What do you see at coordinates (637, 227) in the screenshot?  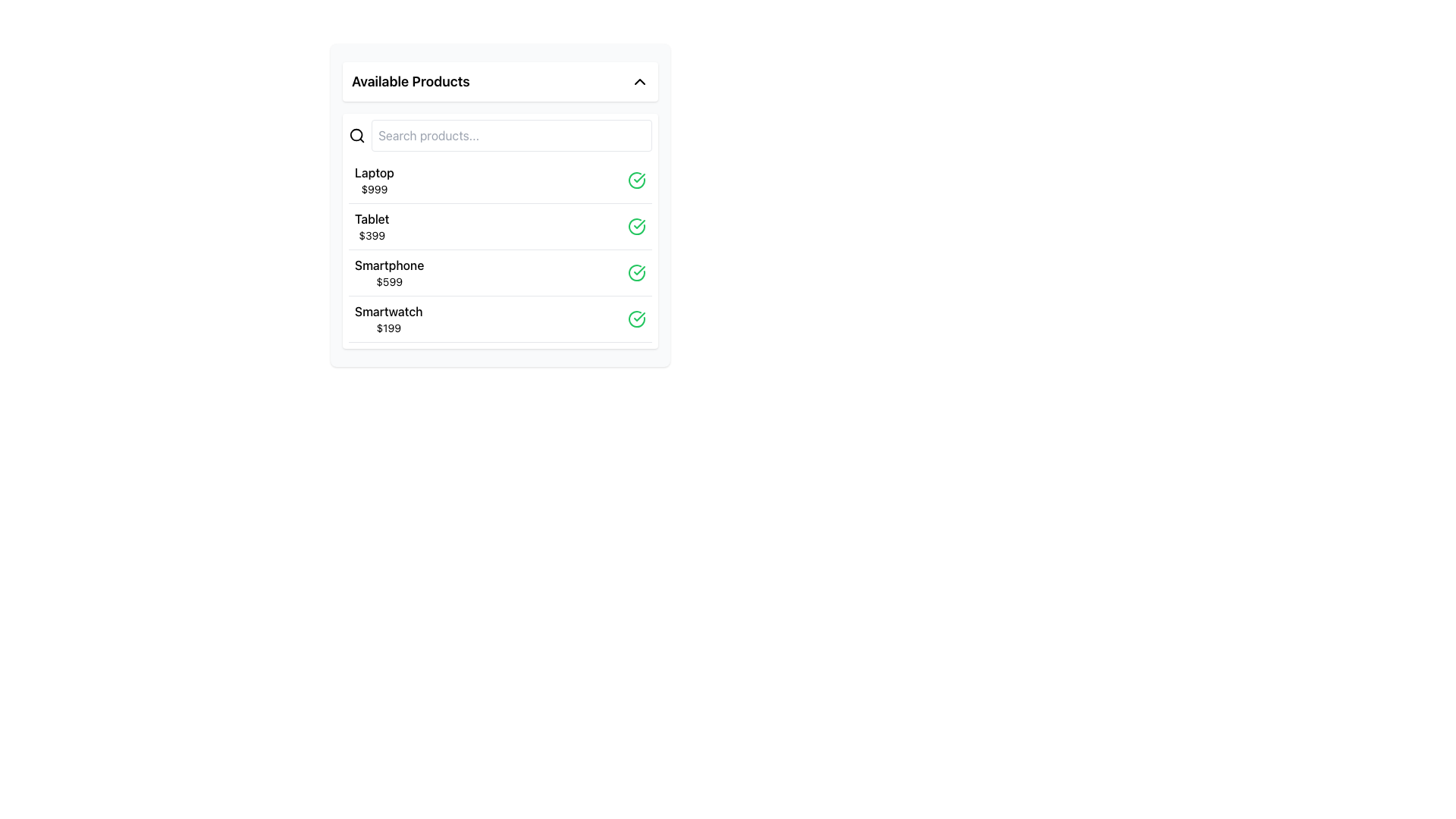 I see `the circular green confirmation icon with a checkmark inside, located at the far right side of the 'Tablet' row in the 'Available Products' section` at bounding box center [637, 227].